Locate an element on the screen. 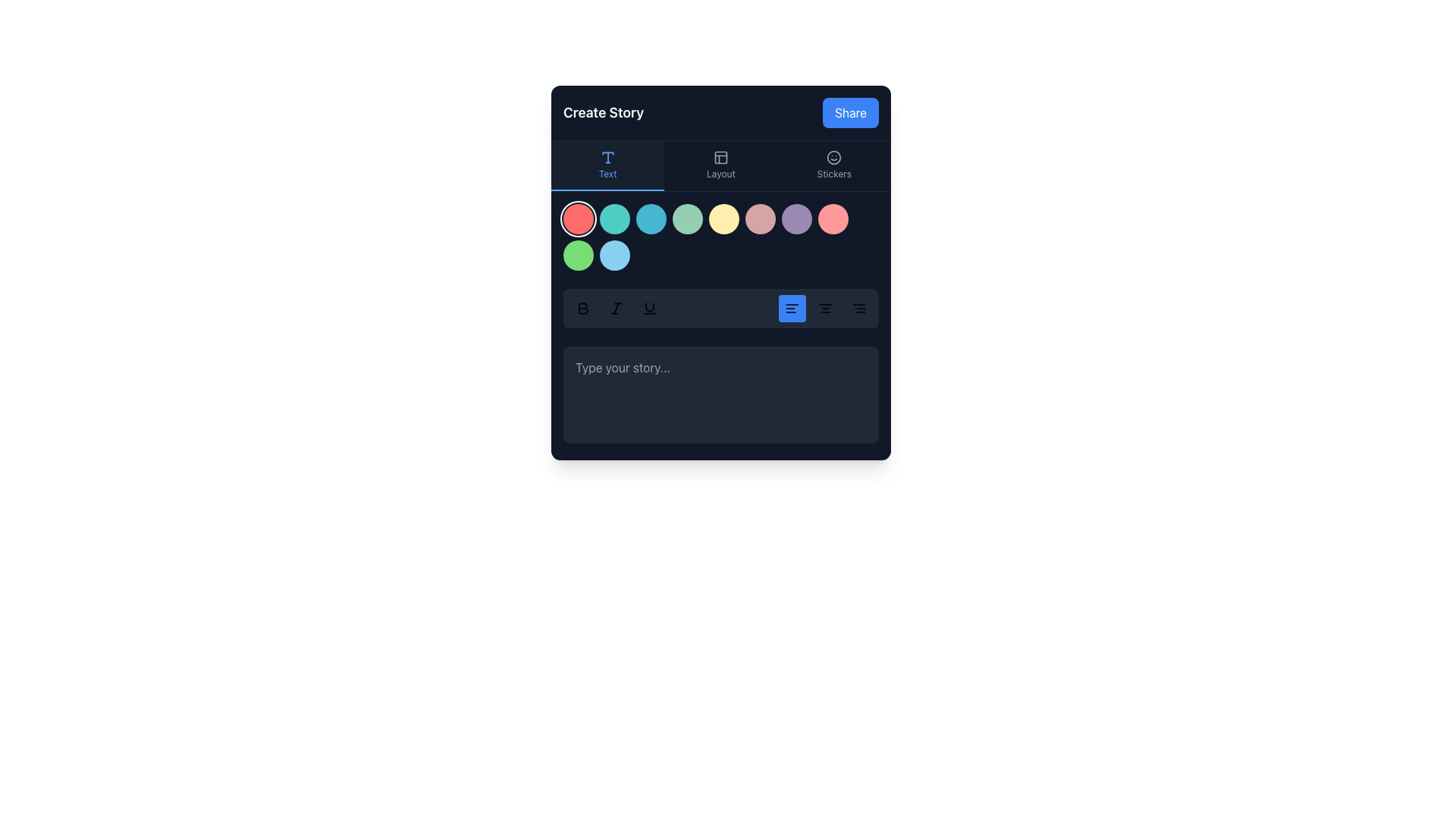 This screenshot has height=819, width=1456. the alignment buttons on the toolbar located just above the story input field is located at coordinates (720, 308).